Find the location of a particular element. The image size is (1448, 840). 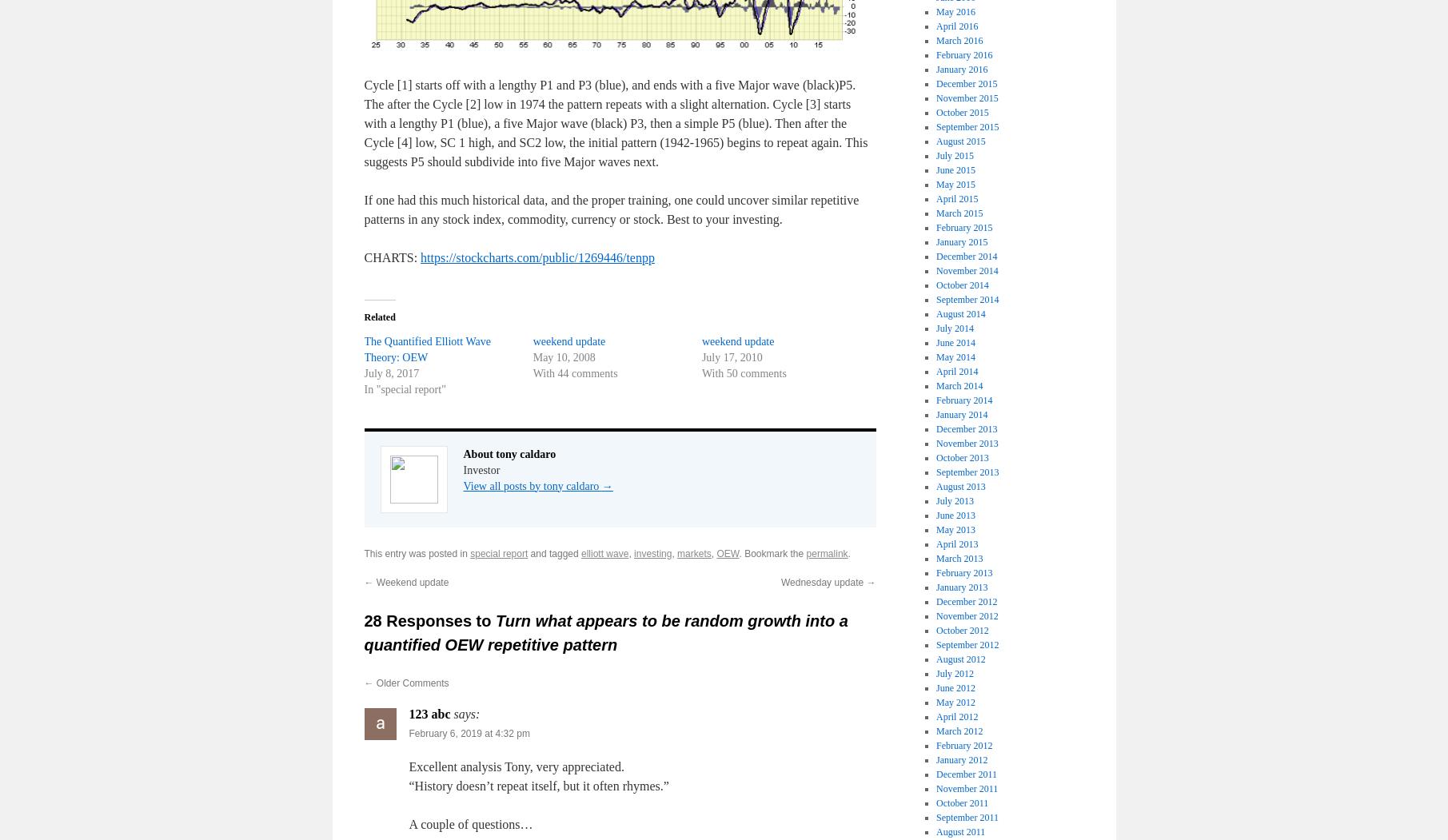

'April 2014' is located at coordinates (956, 370).